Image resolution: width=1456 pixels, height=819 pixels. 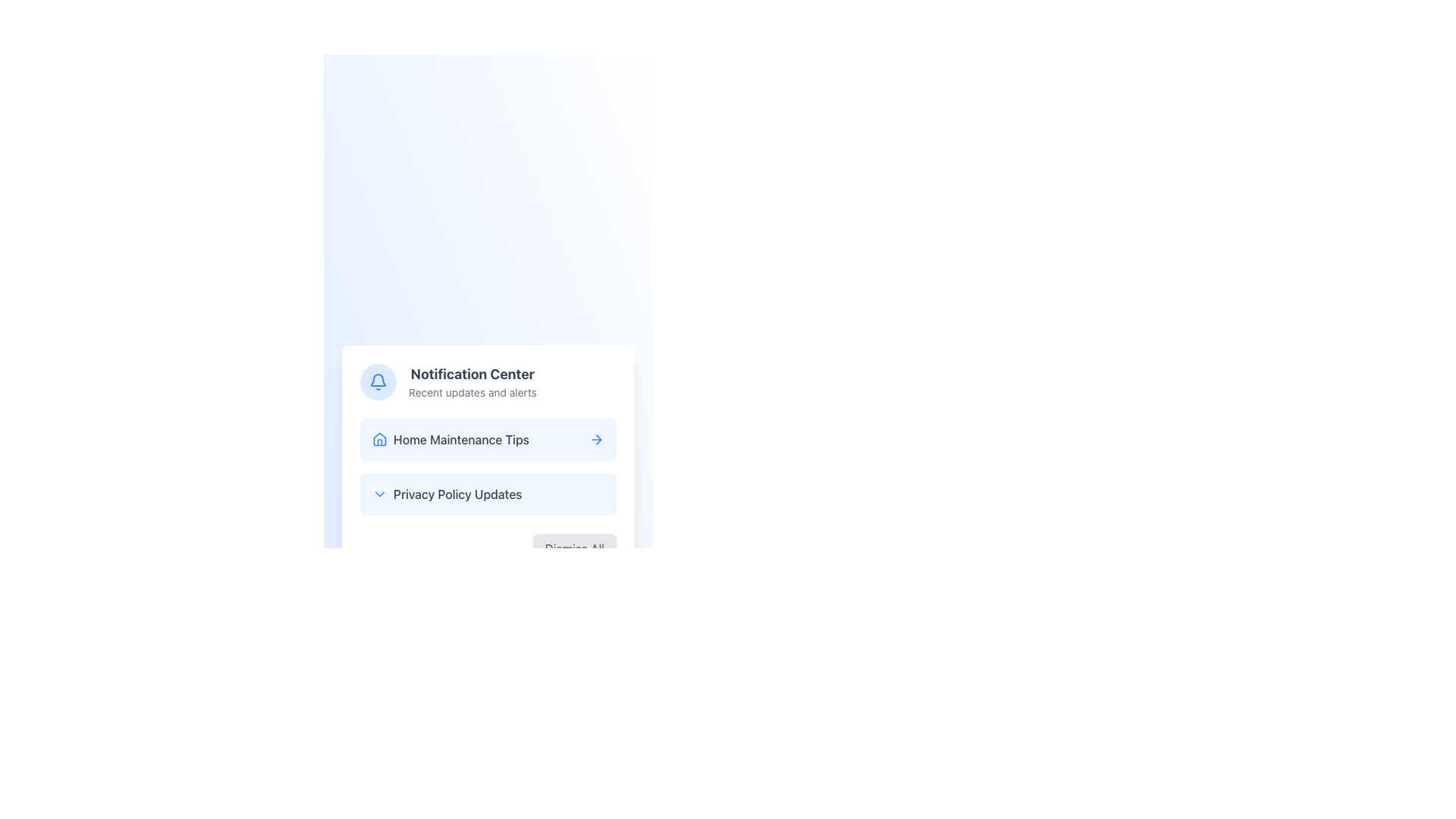 What do you see at coordinates (488, 381) in the screenshot?
I see `text content of the 'Notification Center' header, which includes the bold title and the smaller description below it` at bounding box center [488, 381].